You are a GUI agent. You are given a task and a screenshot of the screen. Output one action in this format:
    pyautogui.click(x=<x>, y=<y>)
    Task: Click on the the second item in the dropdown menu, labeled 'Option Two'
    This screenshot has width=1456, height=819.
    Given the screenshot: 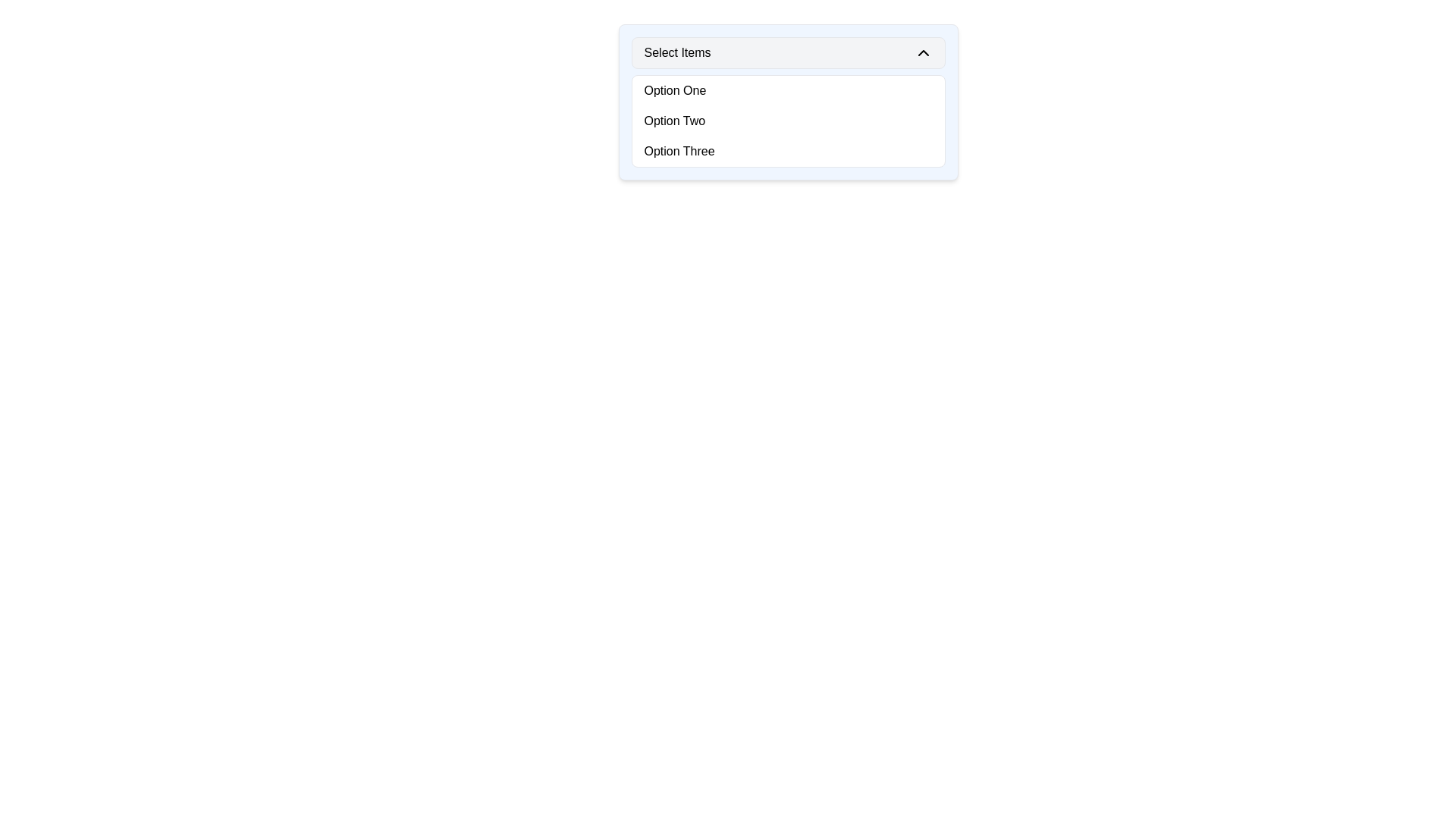 What is the action you would take?
    pyautogui.click(x=788, y=120)
    